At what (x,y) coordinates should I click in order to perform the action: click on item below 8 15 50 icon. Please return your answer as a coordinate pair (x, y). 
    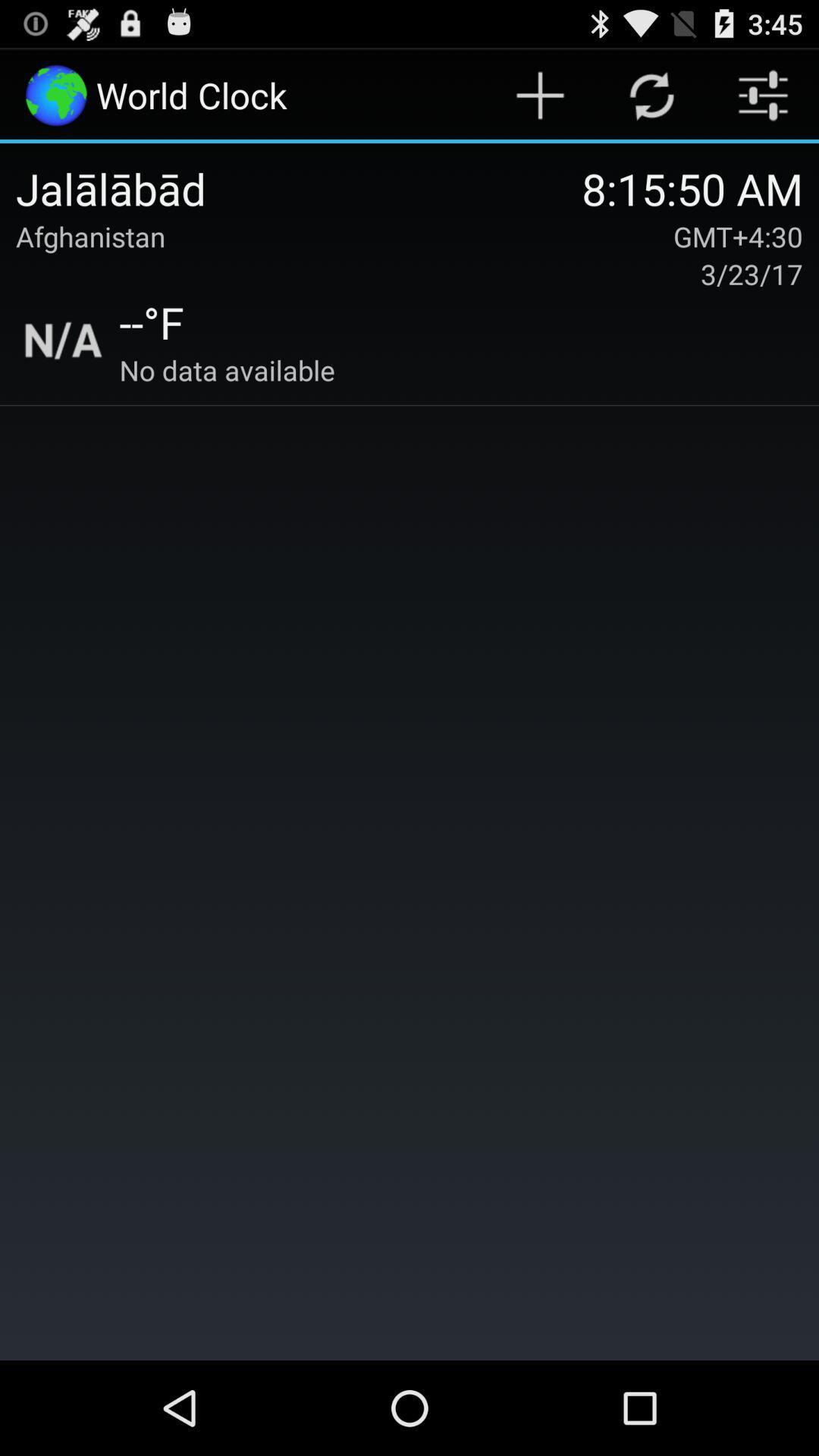
    Looking at the image, I should click on (737, 236).